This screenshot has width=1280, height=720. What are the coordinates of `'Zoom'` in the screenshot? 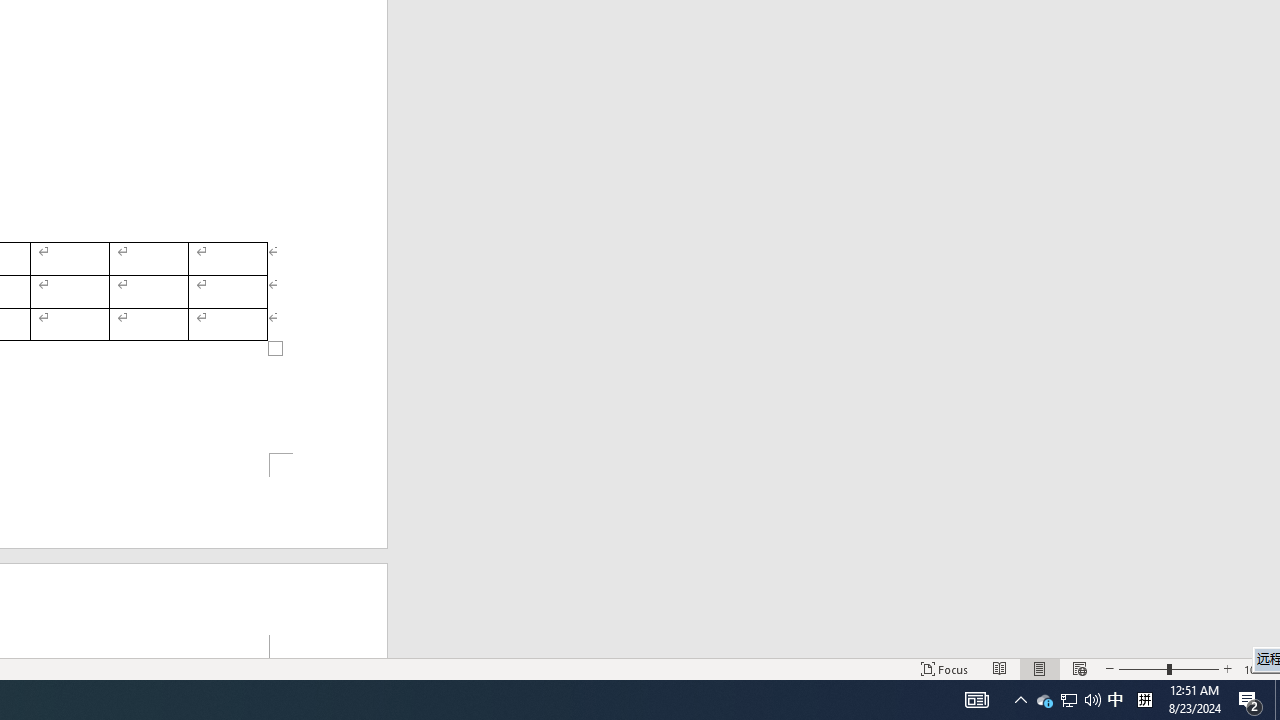 It's located at (1168, 669).